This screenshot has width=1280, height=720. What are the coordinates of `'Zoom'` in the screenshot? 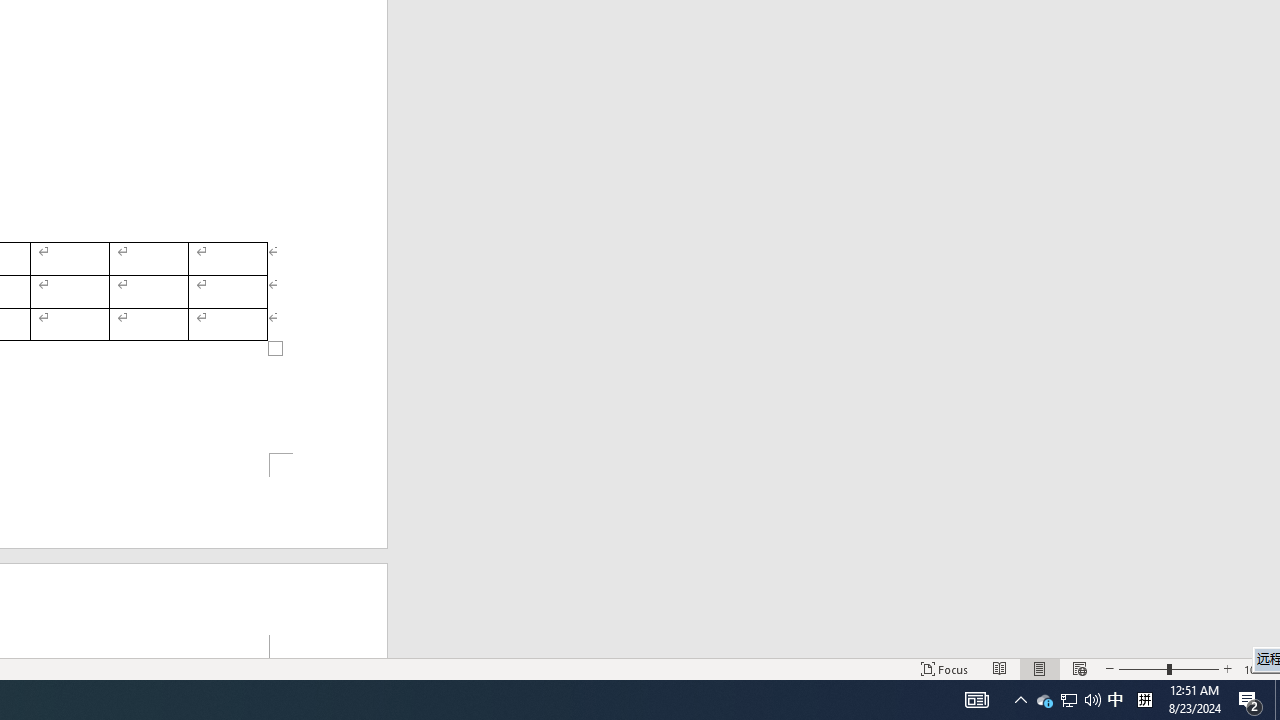 It's located at (1168, 669).